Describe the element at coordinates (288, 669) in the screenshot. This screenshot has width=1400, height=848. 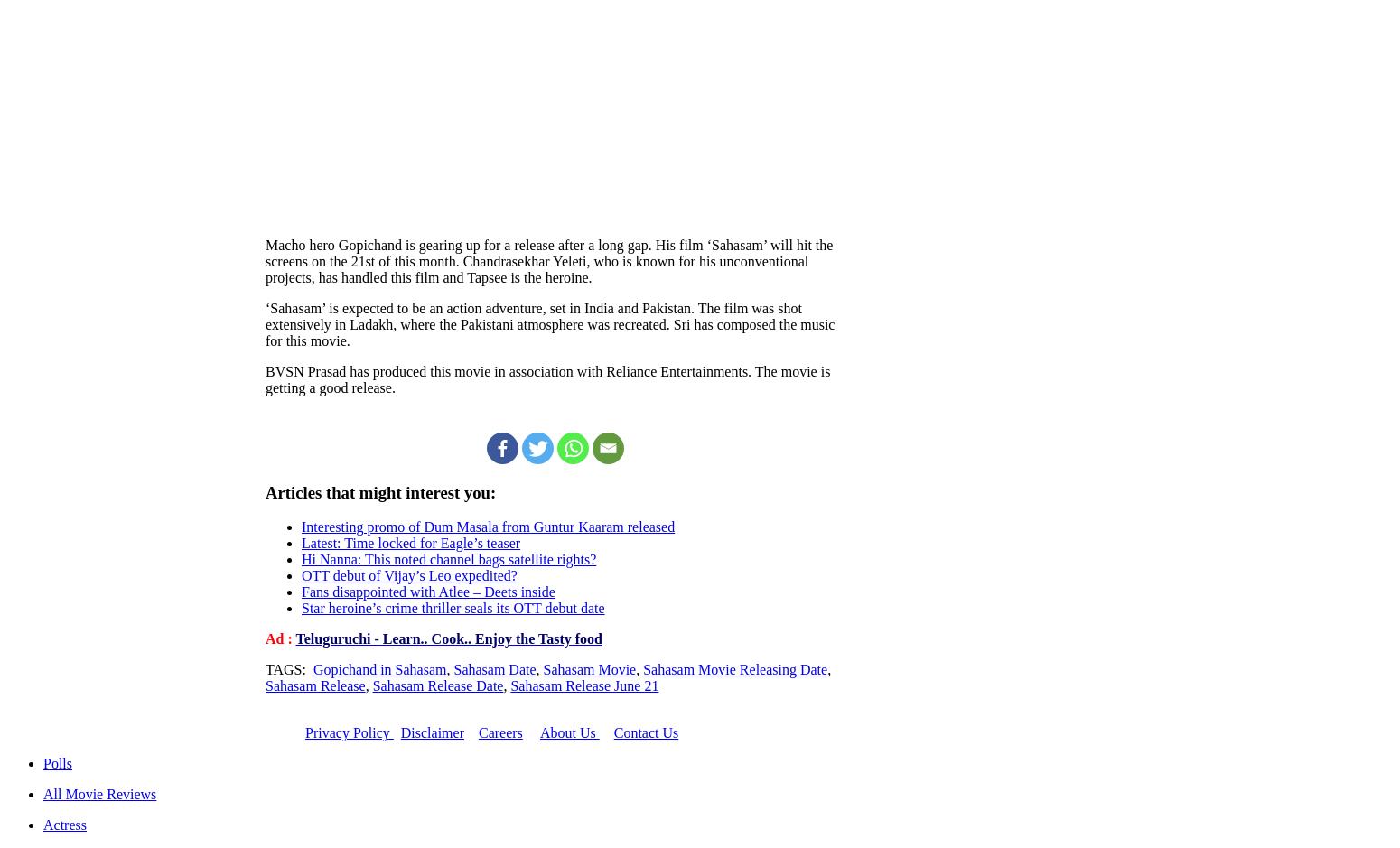
I see `'TAGS:'` at that location.